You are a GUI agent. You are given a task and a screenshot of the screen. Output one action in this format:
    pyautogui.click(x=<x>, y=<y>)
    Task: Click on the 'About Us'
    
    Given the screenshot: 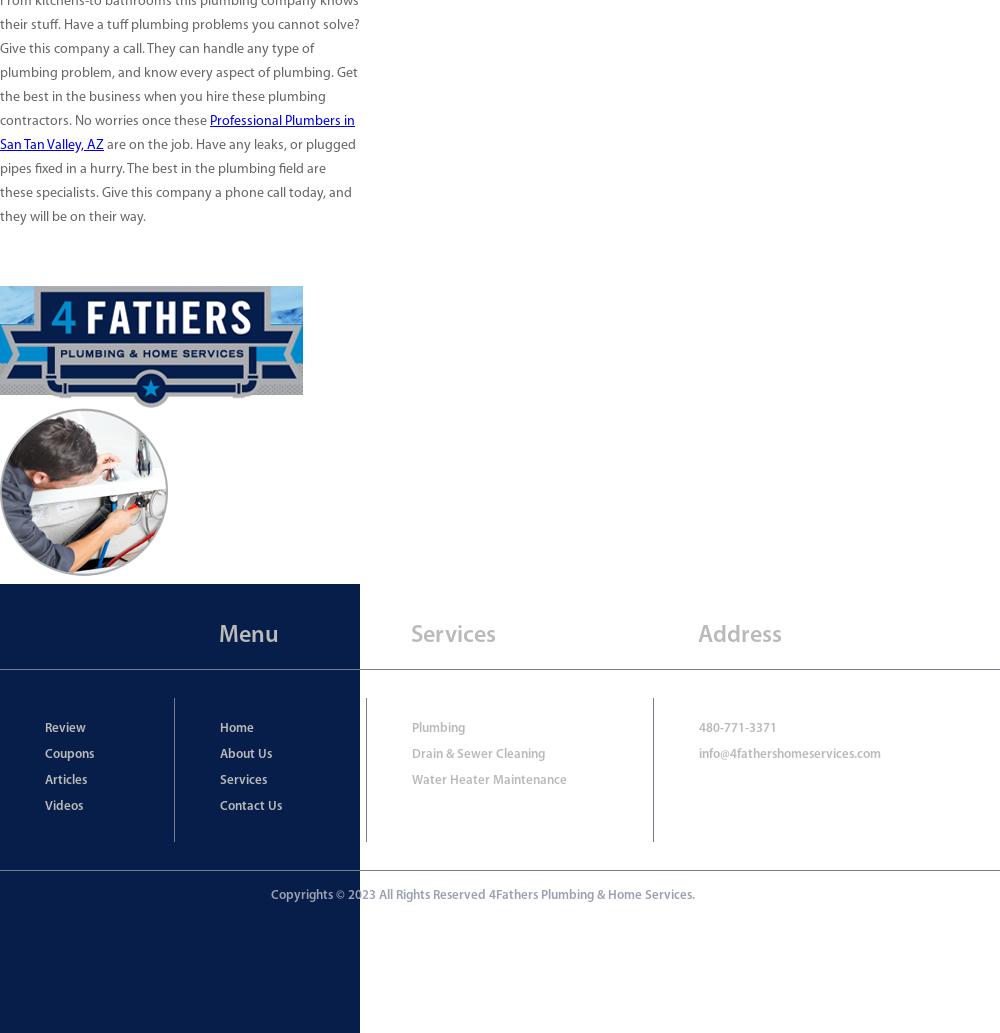 What is the action you would take?
    pyautogui.click(x=244, y=754)
    